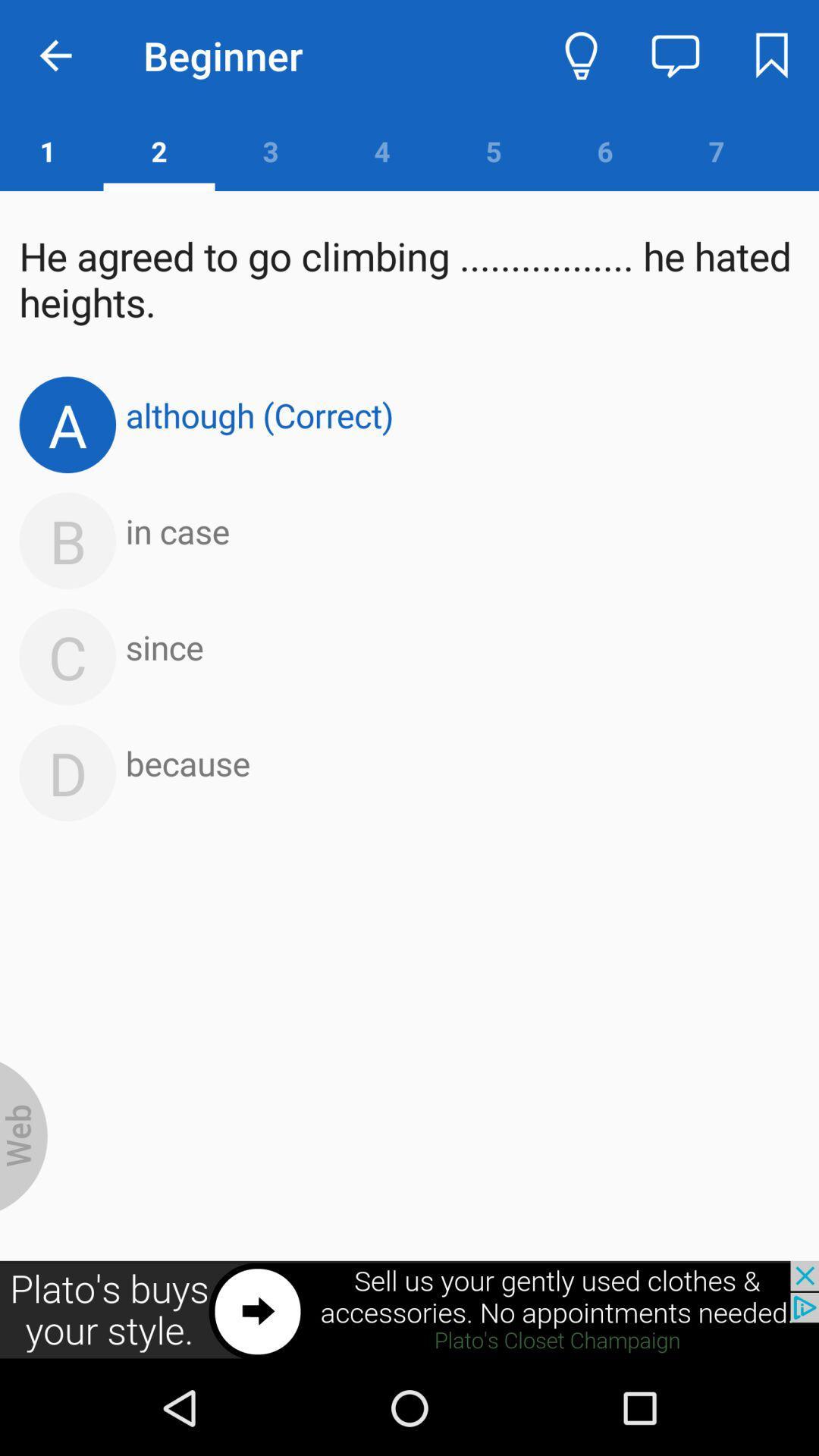  Describe the element at coordinates (675, 55) in the screenshot. I see `the message icon at the top of the page` at that location.